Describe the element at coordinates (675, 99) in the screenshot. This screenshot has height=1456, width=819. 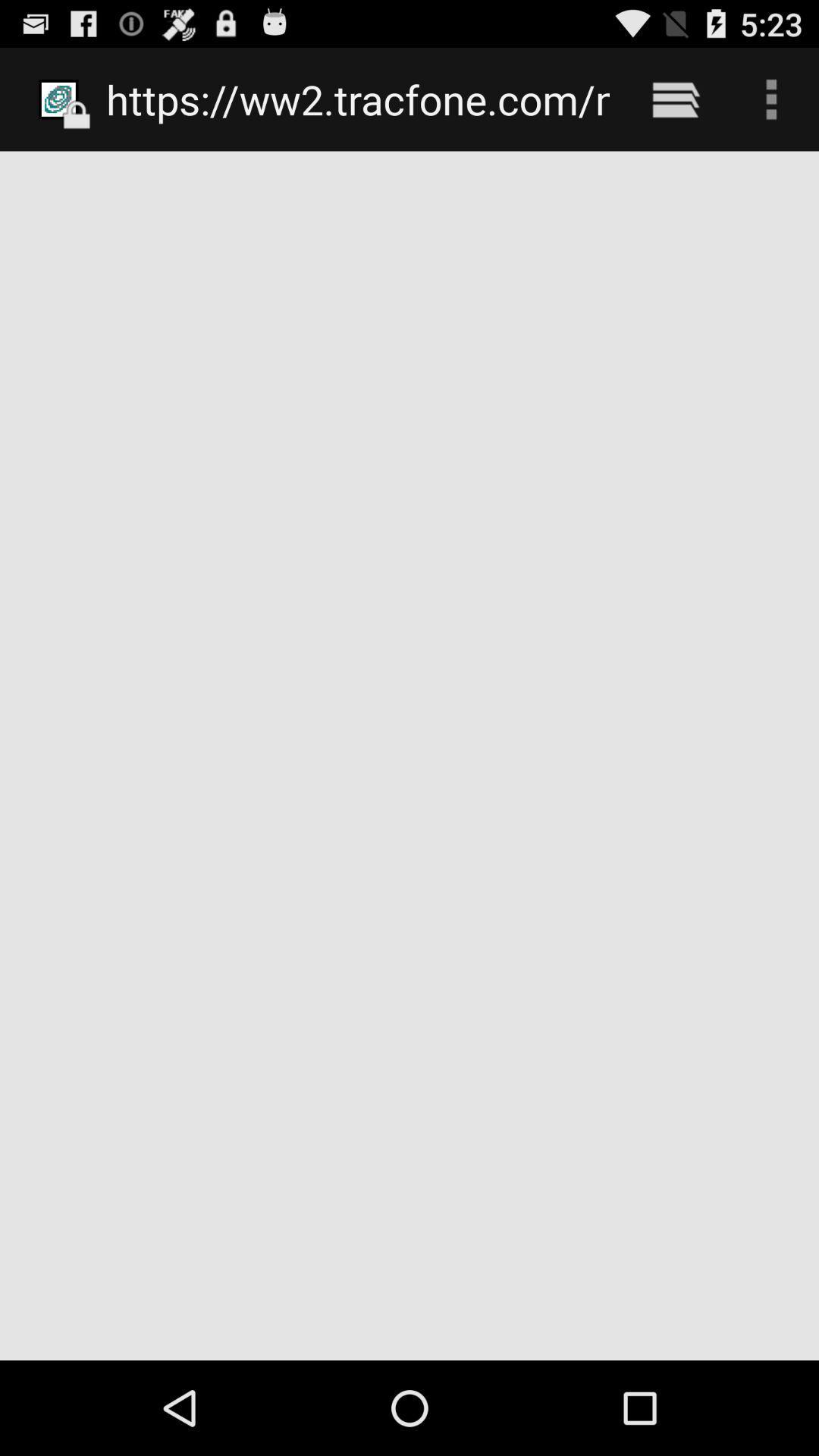
I see `icon to the right of the https ww2 tracfone icon` at that location.